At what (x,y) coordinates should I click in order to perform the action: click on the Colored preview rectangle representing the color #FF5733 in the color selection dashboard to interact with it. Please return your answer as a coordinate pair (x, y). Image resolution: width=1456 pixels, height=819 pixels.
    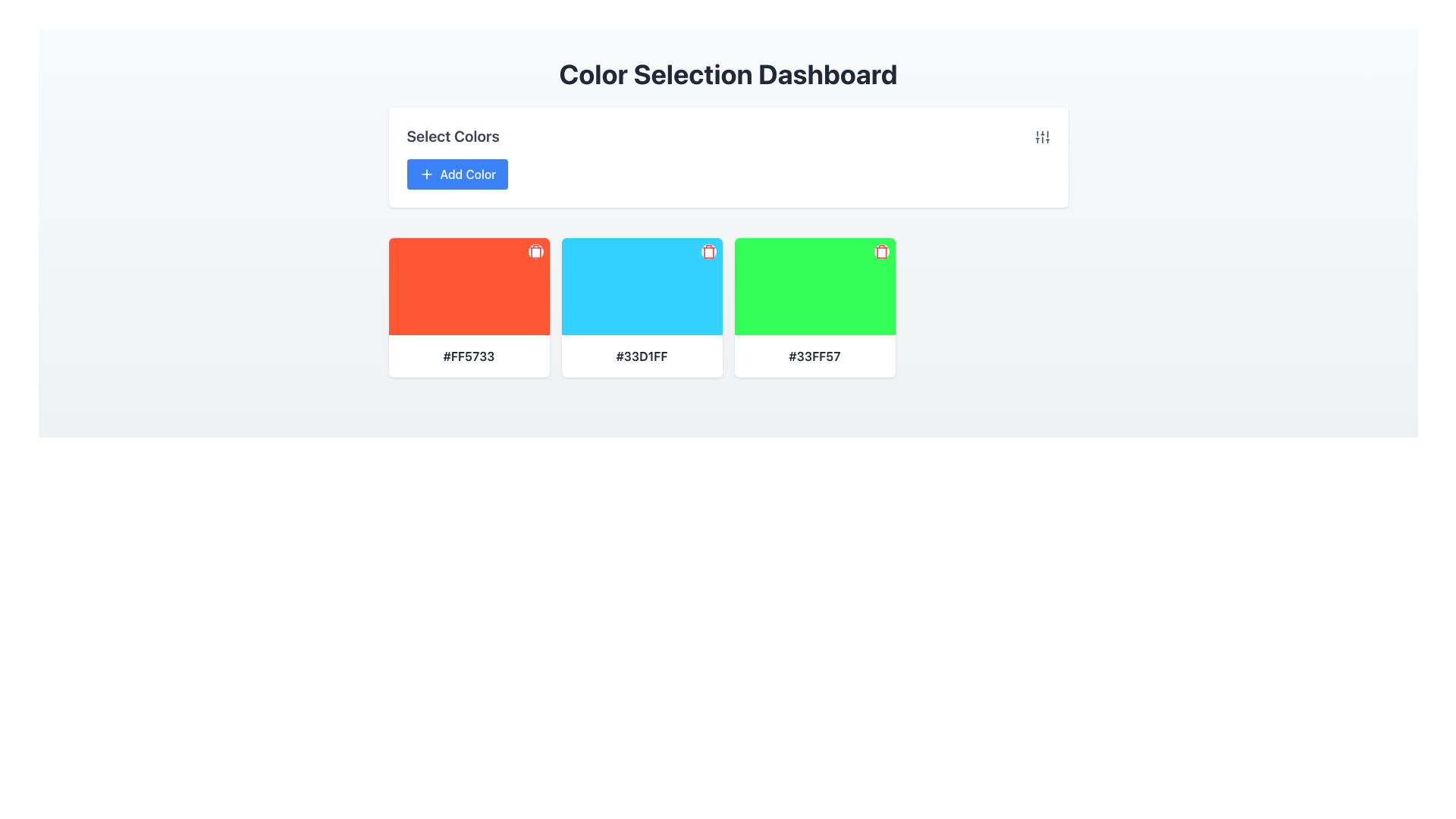
    Looking at the image, I should click on (468, 287).